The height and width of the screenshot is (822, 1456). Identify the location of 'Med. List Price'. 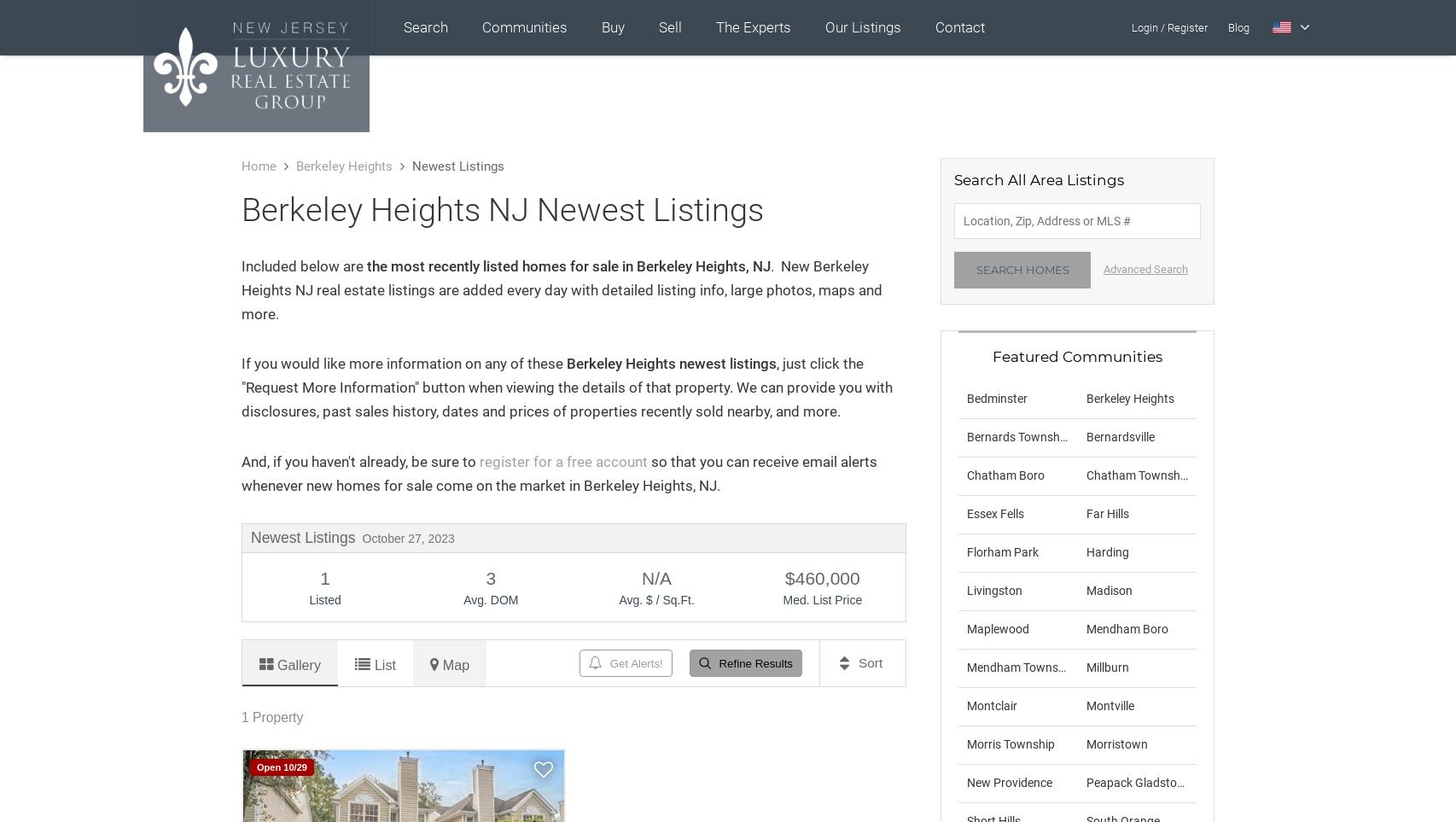
(822, 598).